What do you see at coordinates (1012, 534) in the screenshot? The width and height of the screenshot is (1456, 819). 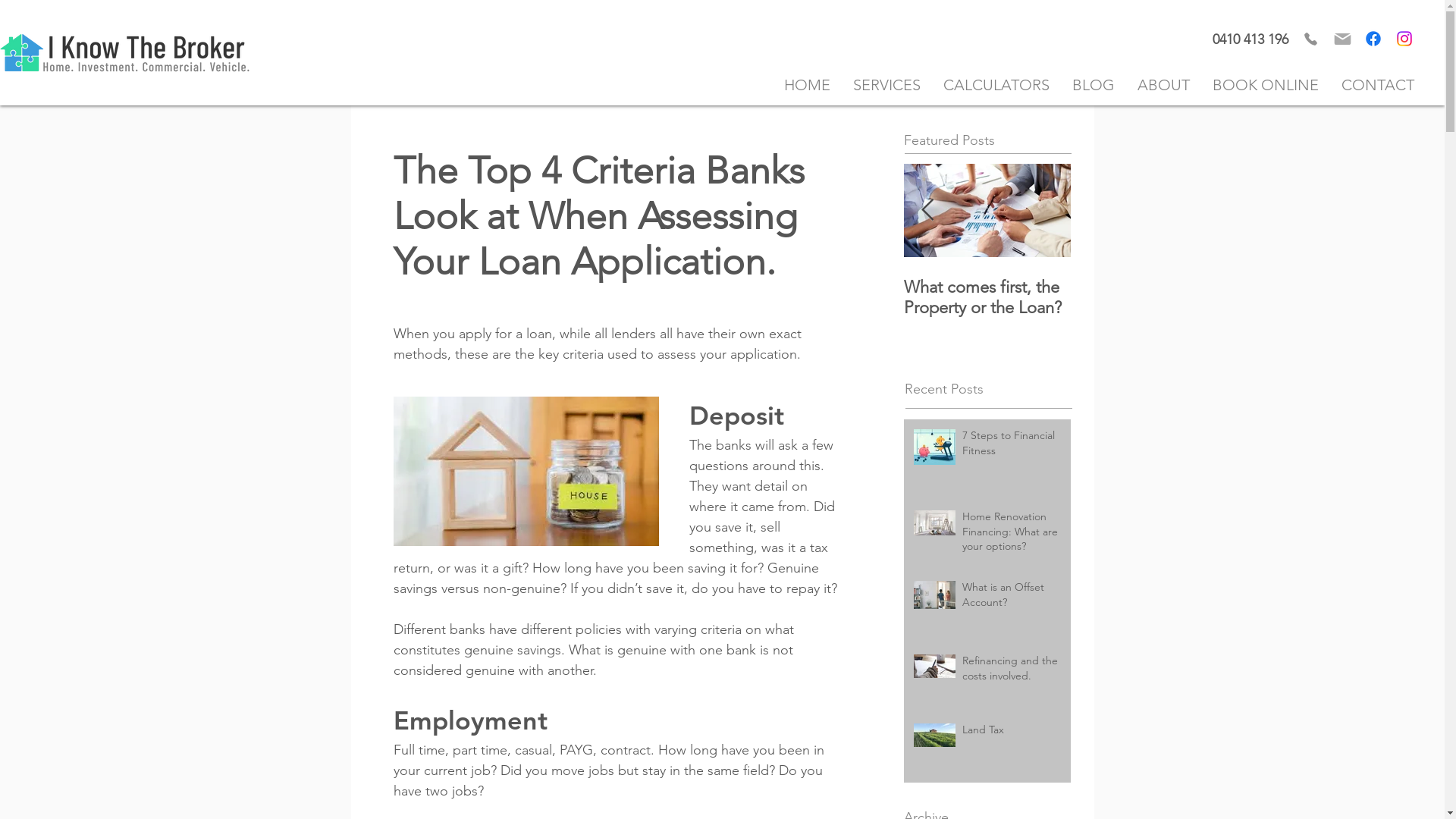 I see `'Home Renovation Financing: What are your options?'` at bounding box center [1012, 534].